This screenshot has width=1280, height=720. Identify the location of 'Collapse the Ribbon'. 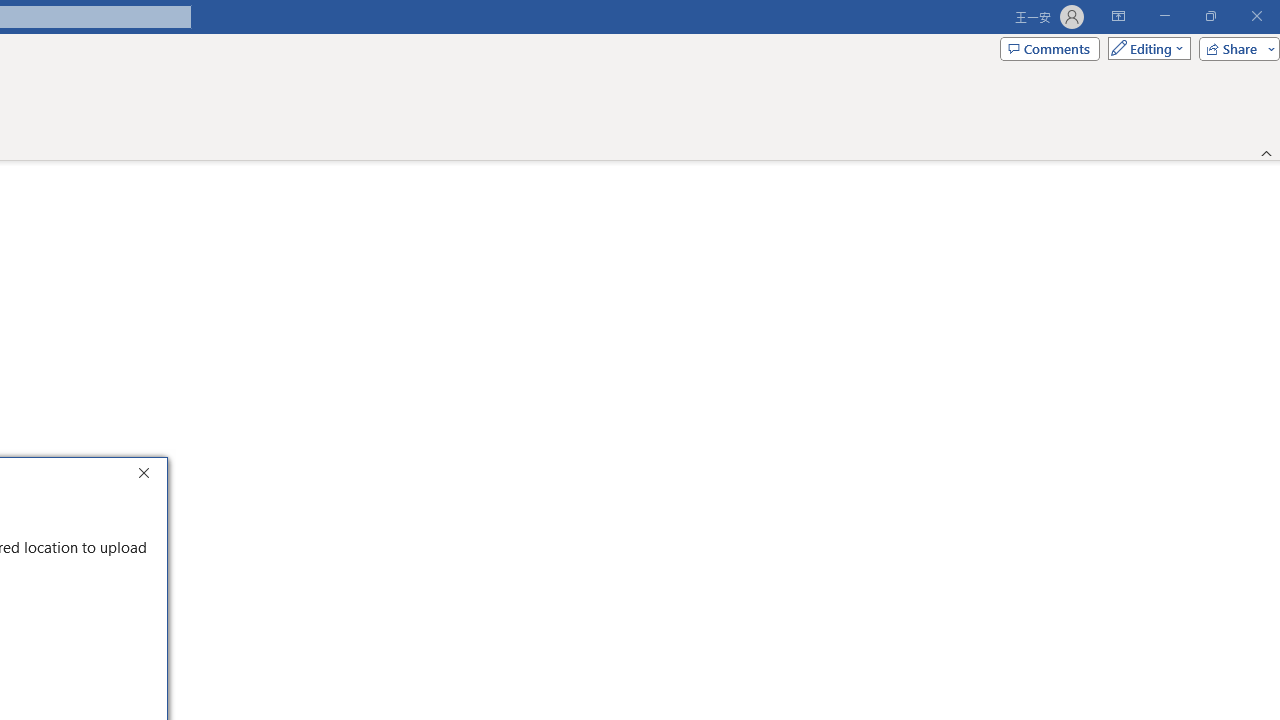
(1266, 152).